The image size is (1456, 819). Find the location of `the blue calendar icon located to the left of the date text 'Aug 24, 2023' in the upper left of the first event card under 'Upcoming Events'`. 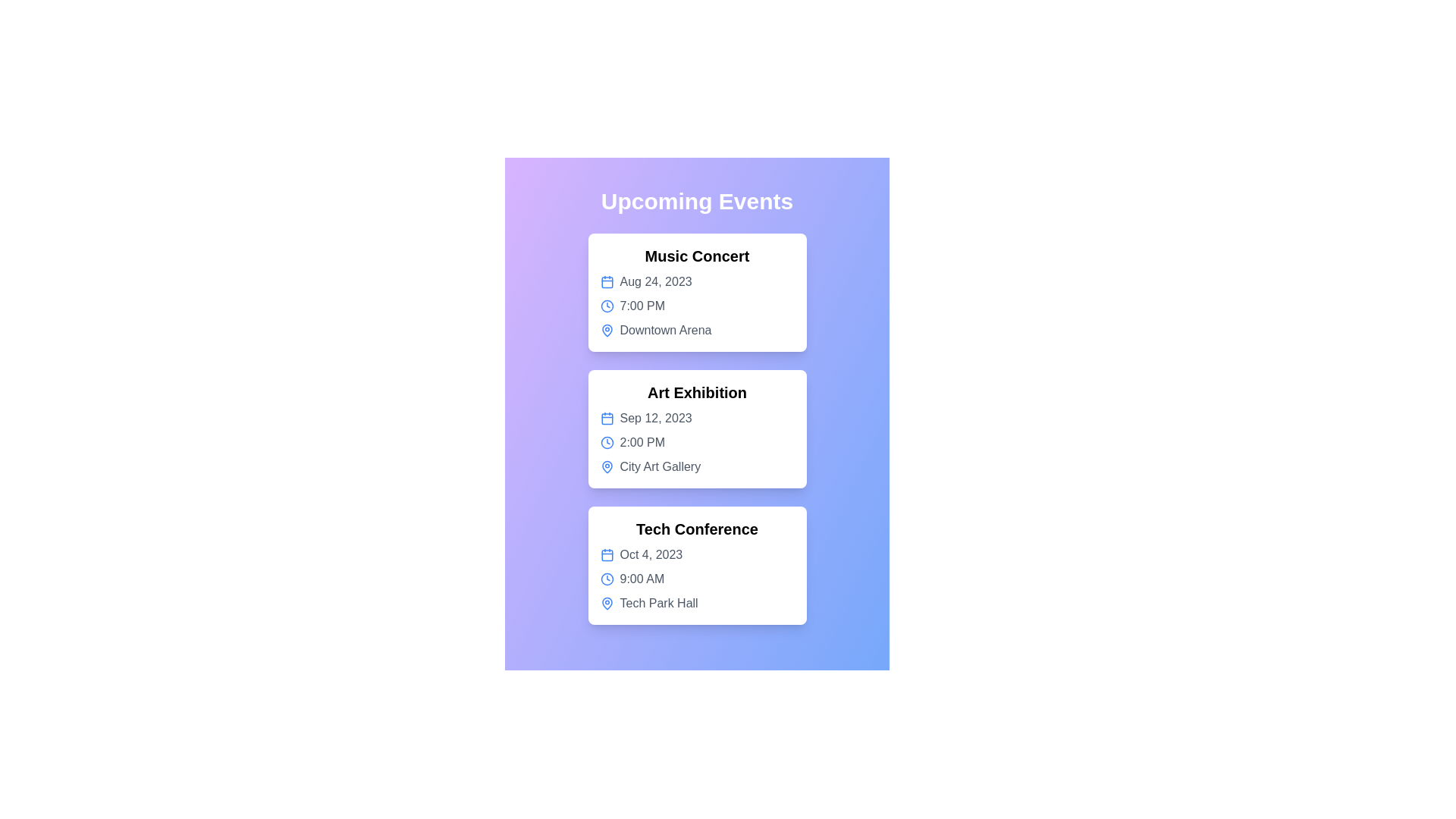

the blue calendar icon located to the left of the date text 'Aug 24, 2023' in the upper left of the first event card under 'Upcoming Events' is located at coordinates (607, 281).